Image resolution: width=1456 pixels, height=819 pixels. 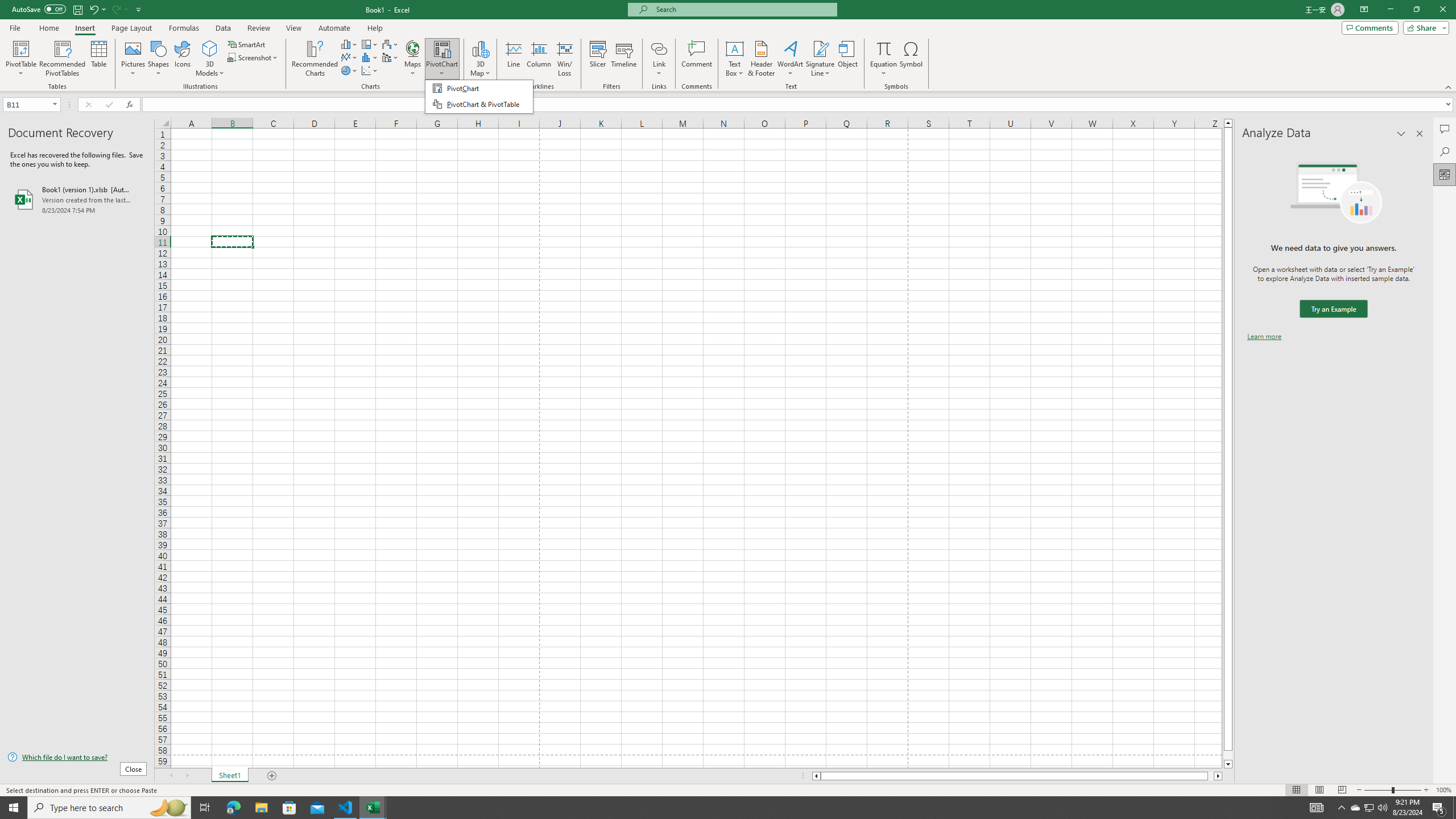 What do you see at coordinates (315, 59) in the screenshot?
I see `'Recommended Charts'` at bounding box center [315, 59].